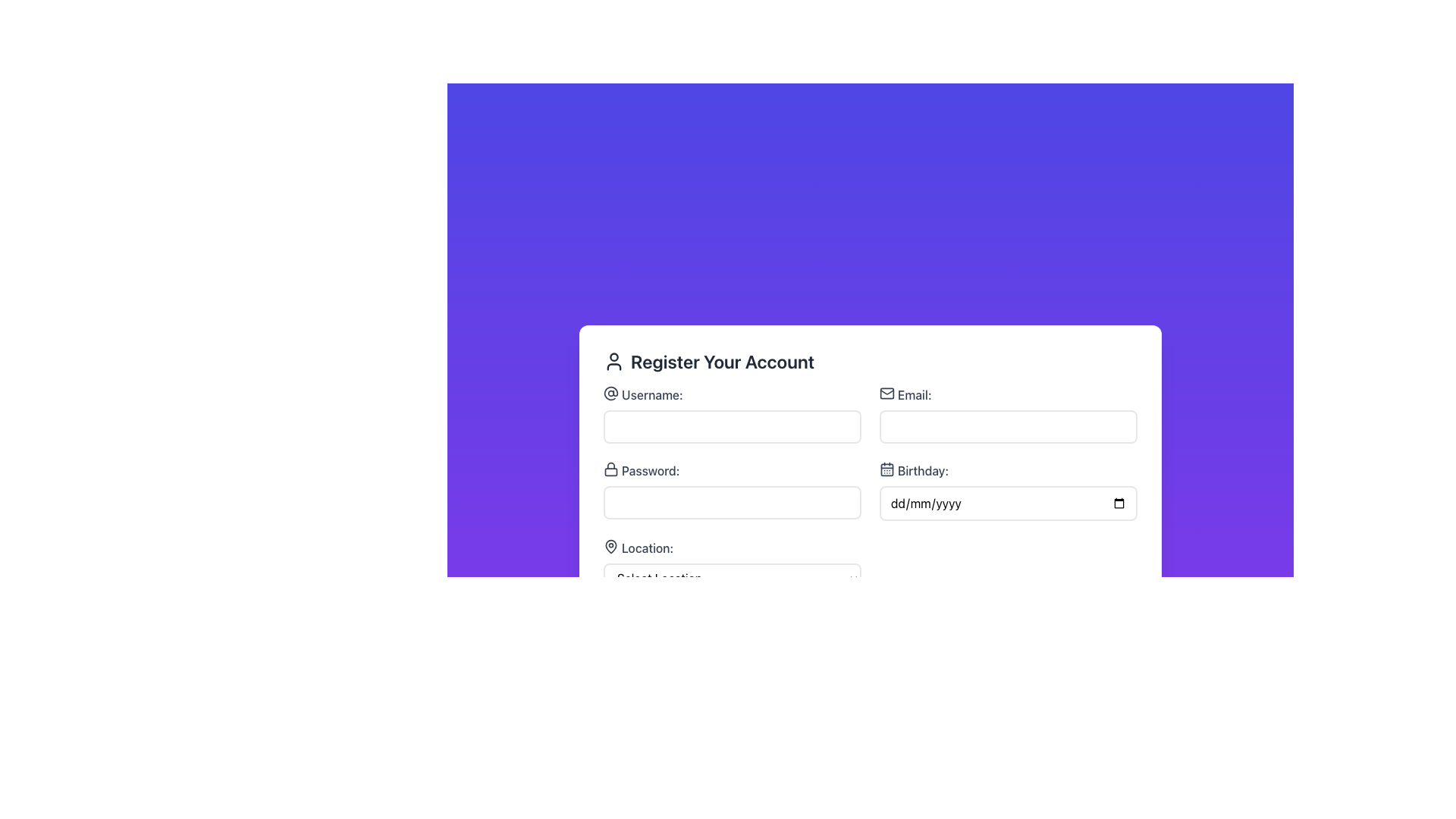  What do you see at coordinates (611, 546) in the screenshot?
I see `the location settings icon located under the 'Location' header label within the registration form, aligned to the left side of the dropdown menu` at bounding box center [611, 546].